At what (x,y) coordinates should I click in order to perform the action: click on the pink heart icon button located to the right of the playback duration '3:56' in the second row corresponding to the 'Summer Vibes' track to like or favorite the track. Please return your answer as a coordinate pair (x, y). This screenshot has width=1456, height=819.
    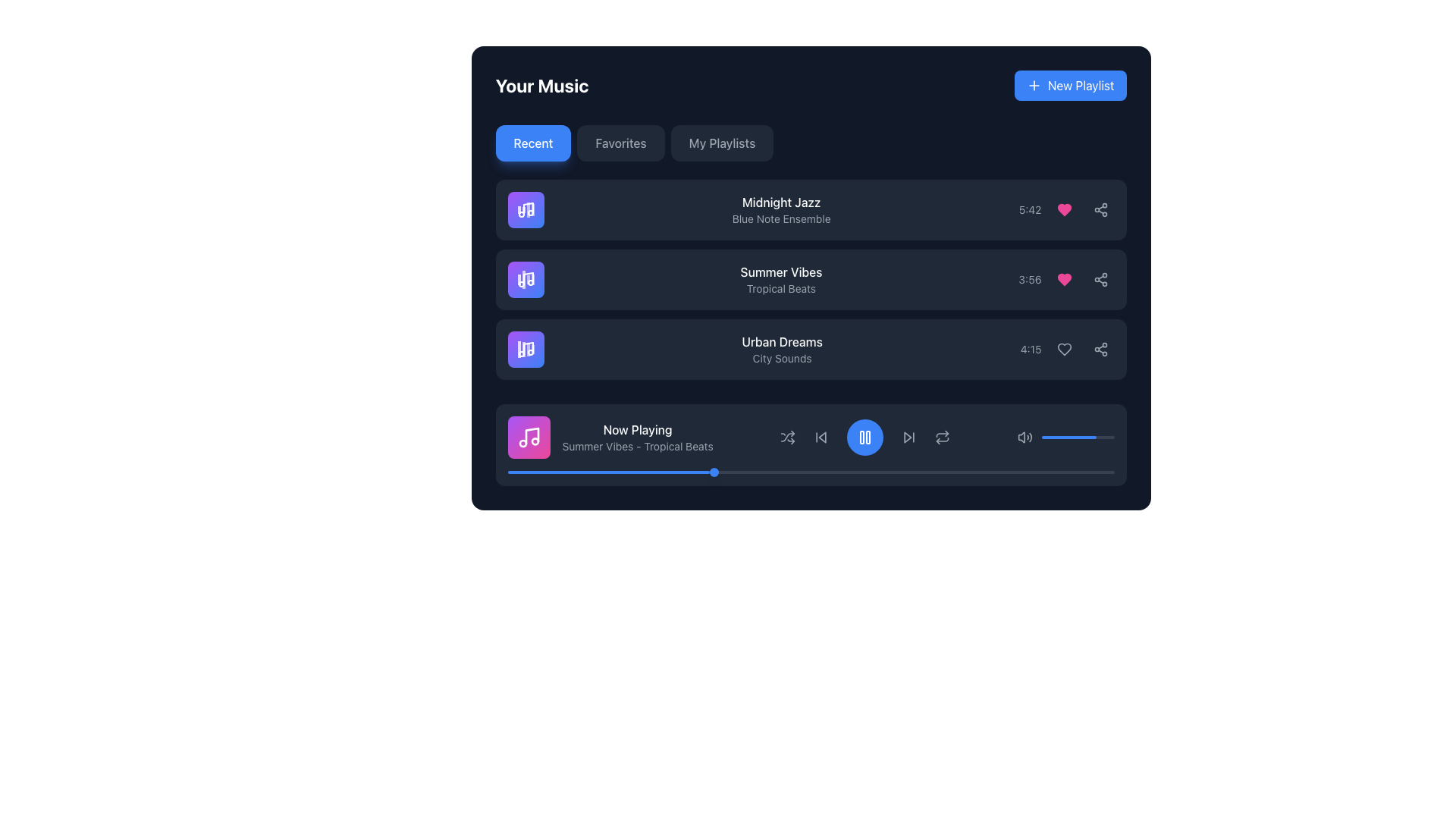
    Looking at the image, I should click on (1065, 280).